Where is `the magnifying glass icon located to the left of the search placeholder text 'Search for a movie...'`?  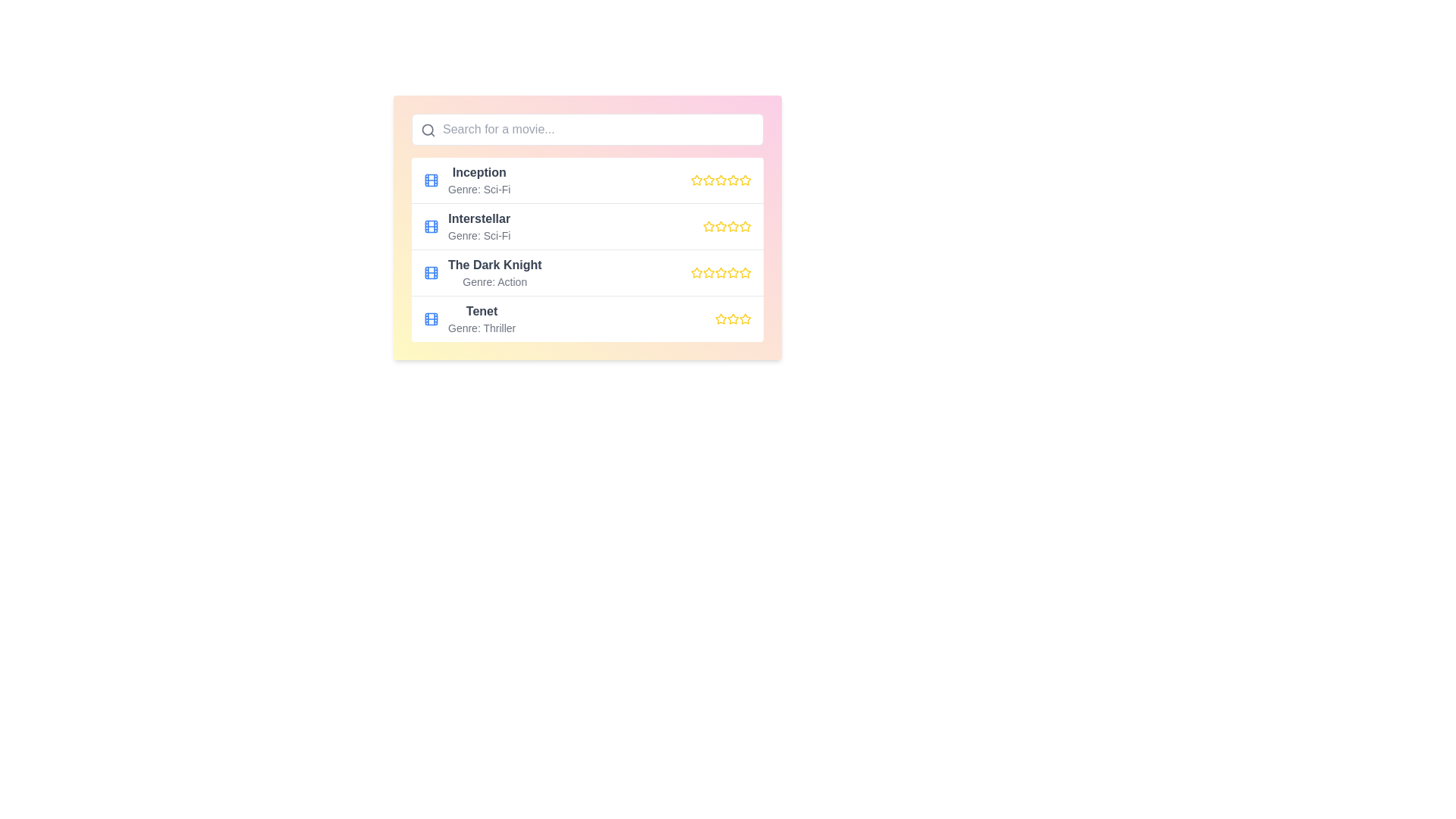 the magnifying glass icon located to the left of the search placeholder text 'Search for a movie...' is located at coordinates (428, 130).